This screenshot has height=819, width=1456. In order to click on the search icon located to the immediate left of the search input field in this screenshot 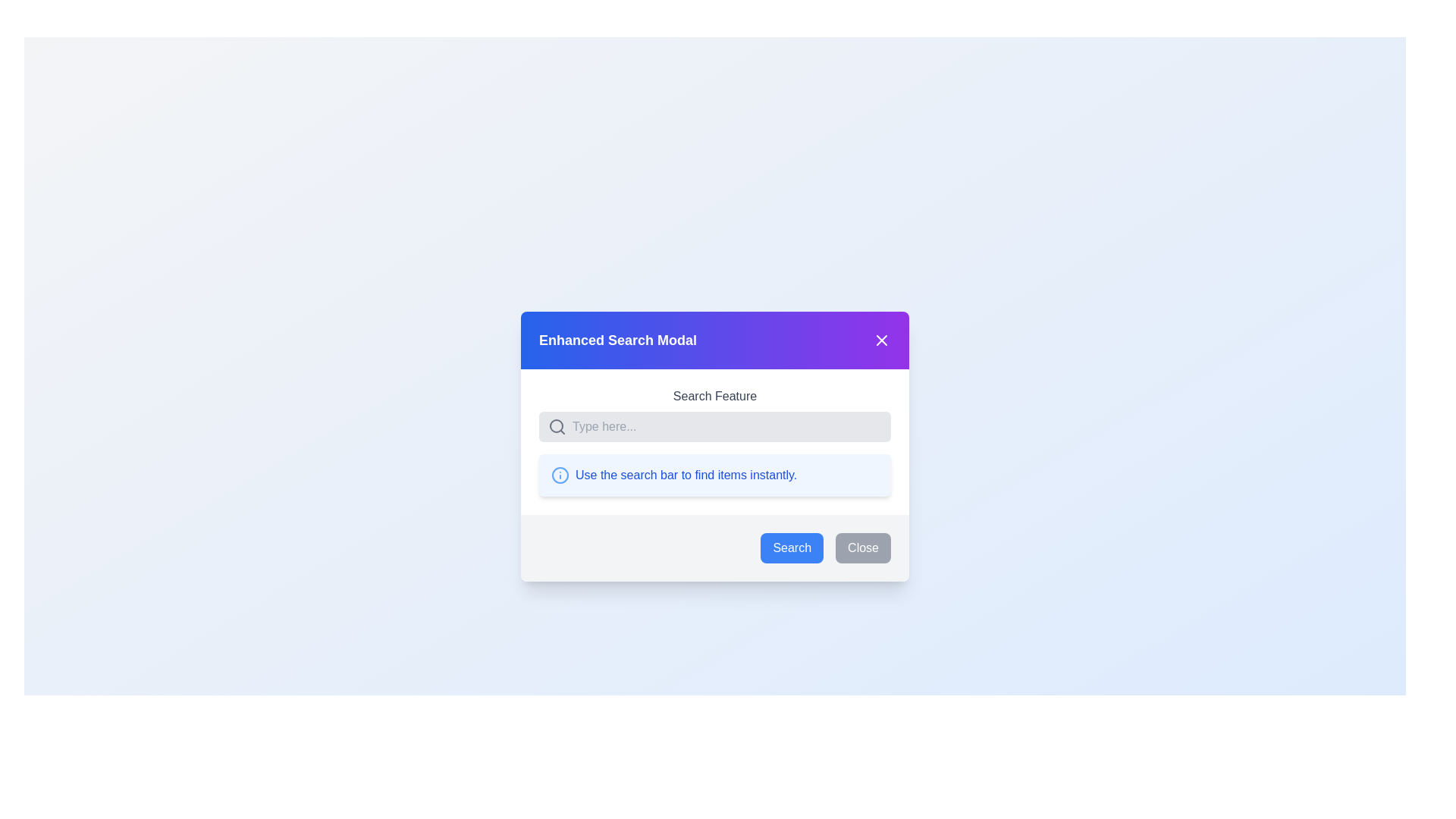, I will do `click(556, 427)`.